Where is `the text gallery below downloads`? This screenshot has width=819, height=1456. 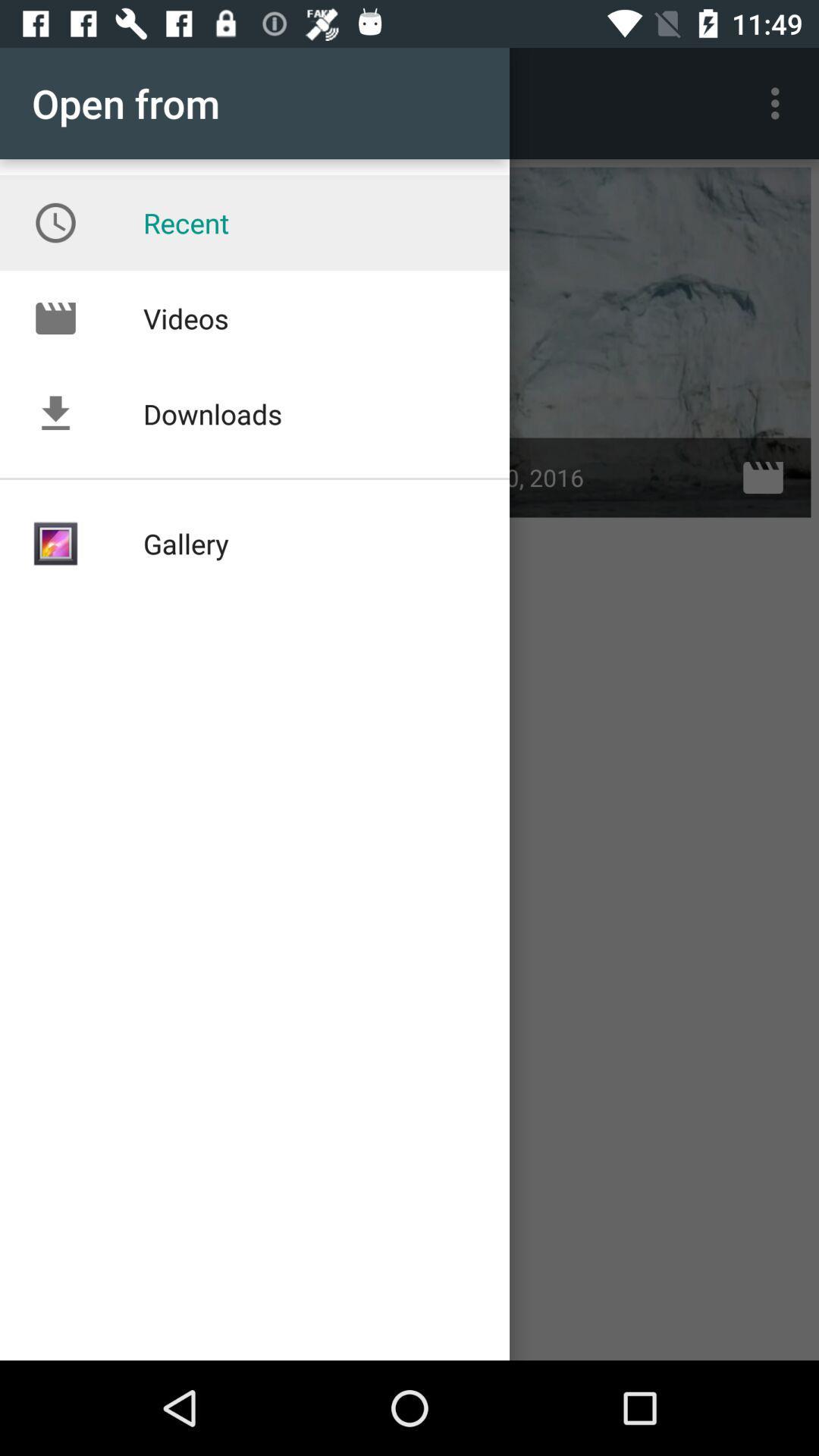 the text gallery below downloads is located at coordinates (207, 700).